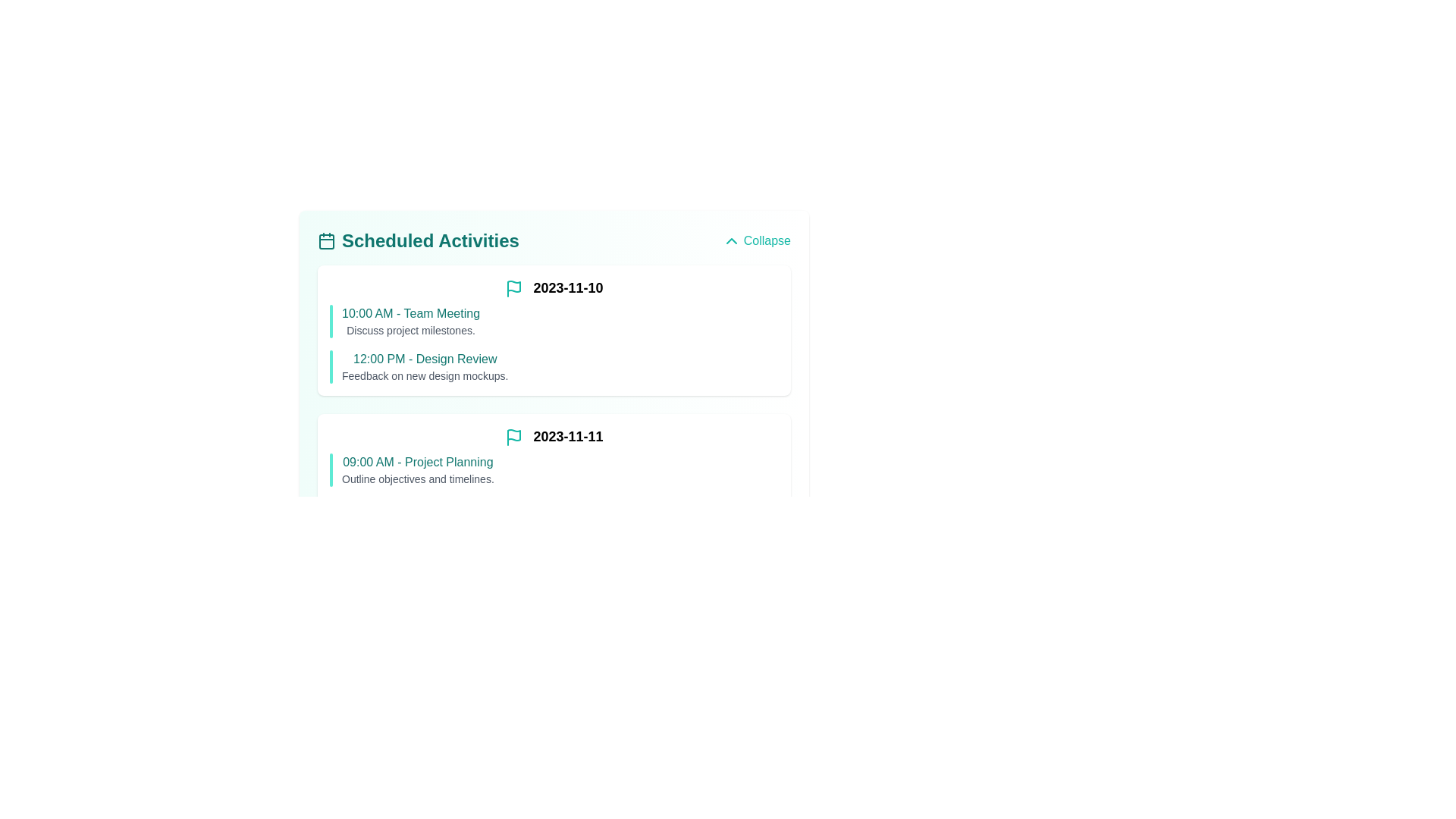  I want to click on the Text (Header) element that represents a specific scheduled date, which serves as a header for the listed activities, so click(553, 436).